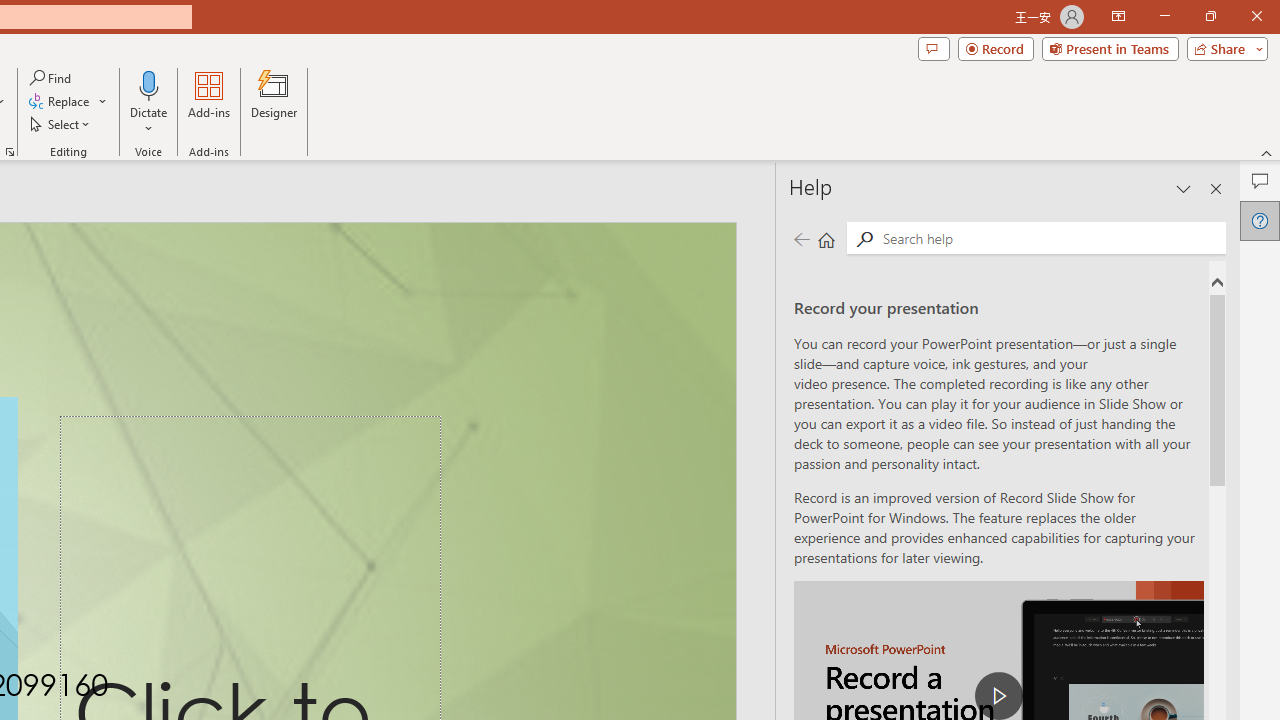 Image resolution: width=1280 pixels, height=720 pixels. I want to click on 'Replace...', so click(60, 101).